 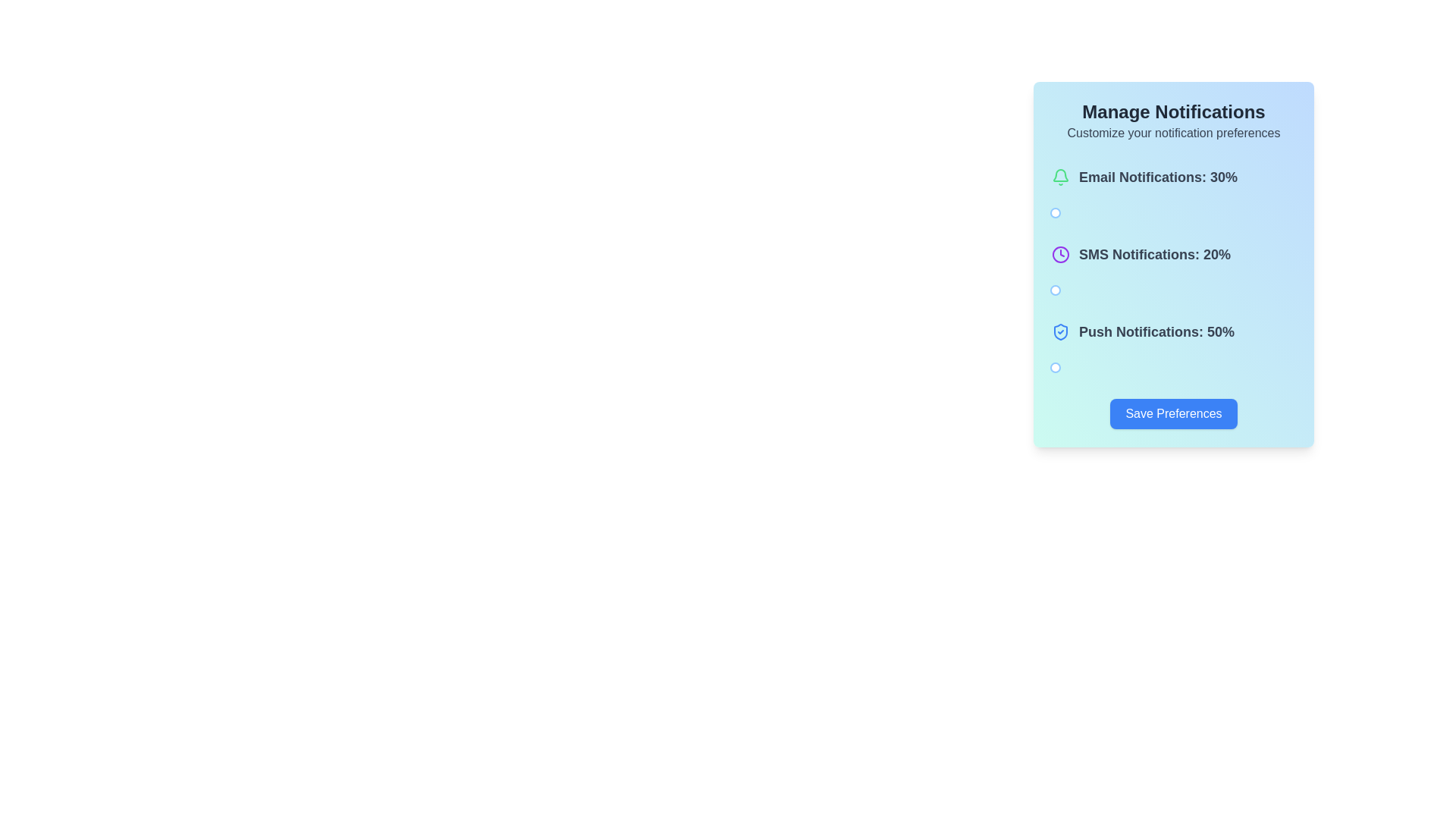 What do you see at coordinates (1090, 213) in the screenshot?
I see `Email Notifications` at bounding box center [1090, 213].